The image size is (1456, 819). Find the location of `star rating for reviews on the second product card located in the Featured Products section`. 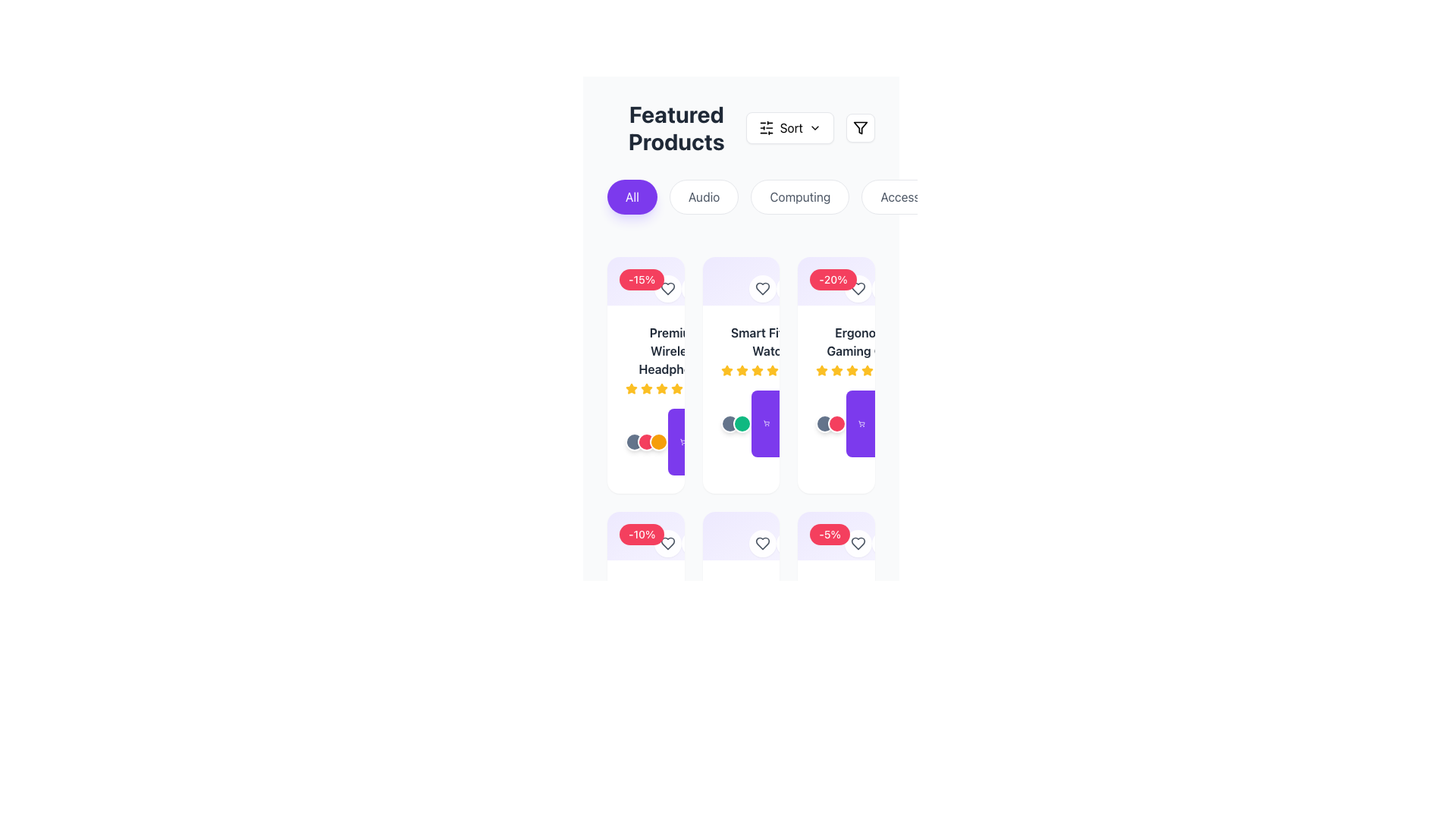

star rating for reviews on the second product card located in the Featured Products section is located at coordinates (741, 375).